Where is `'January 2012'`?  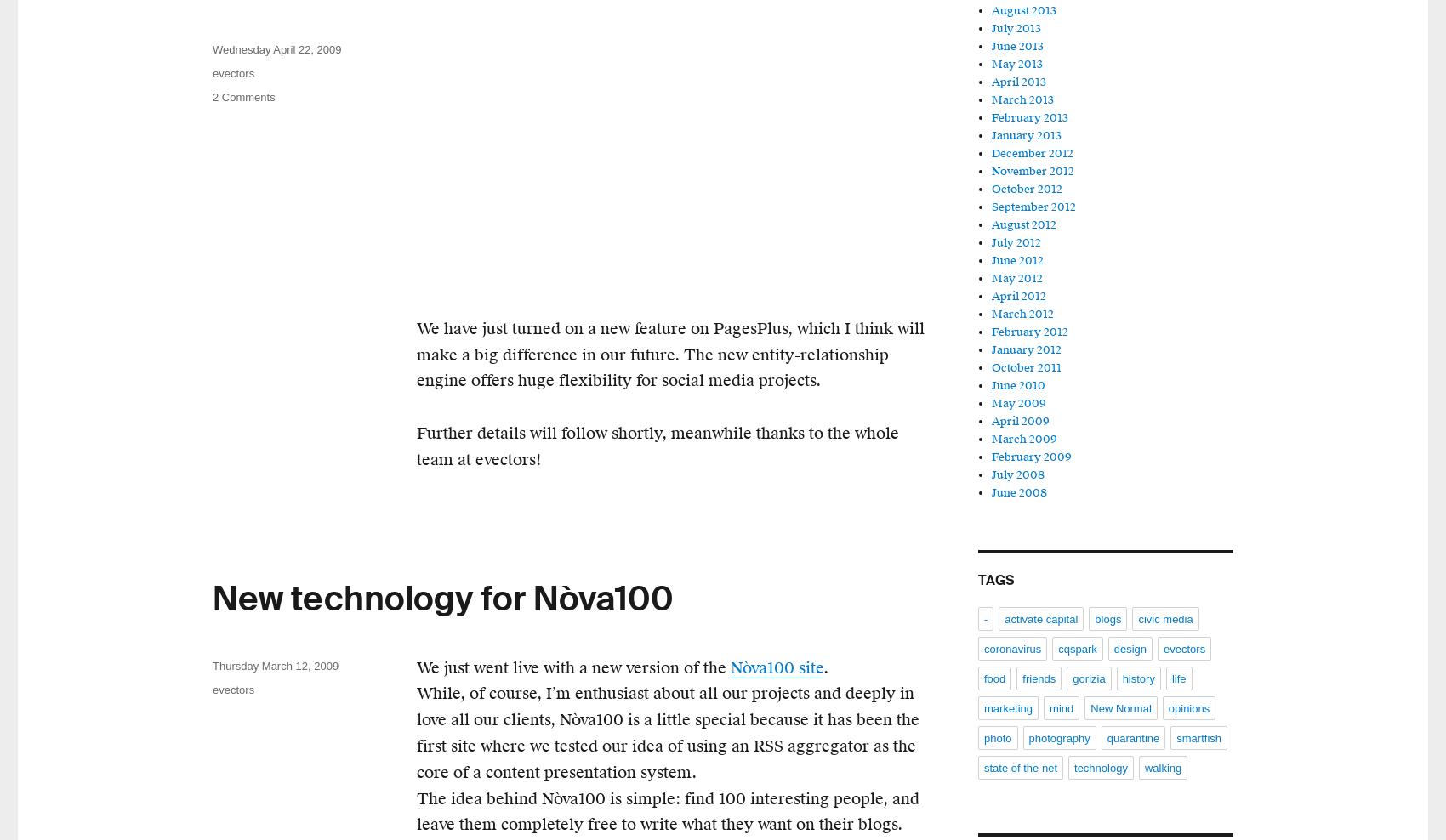
'January 2012' is located at coordinates (1026, 349).